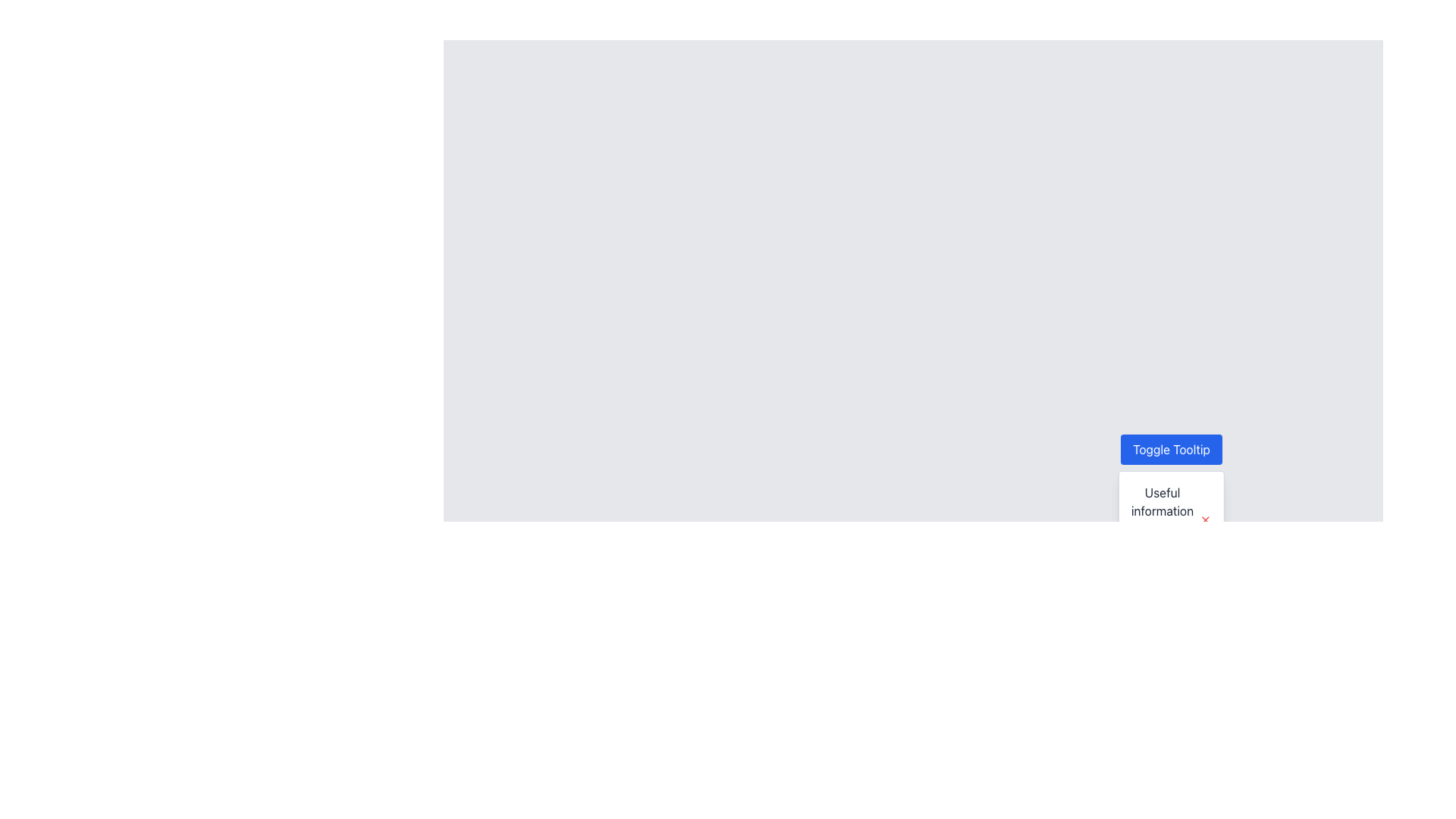  What do you see at coordinates (1204, 519) in the screenshot?
I see `the small red icon button resembling a close symbol located` at bounding box center [1204, 519].